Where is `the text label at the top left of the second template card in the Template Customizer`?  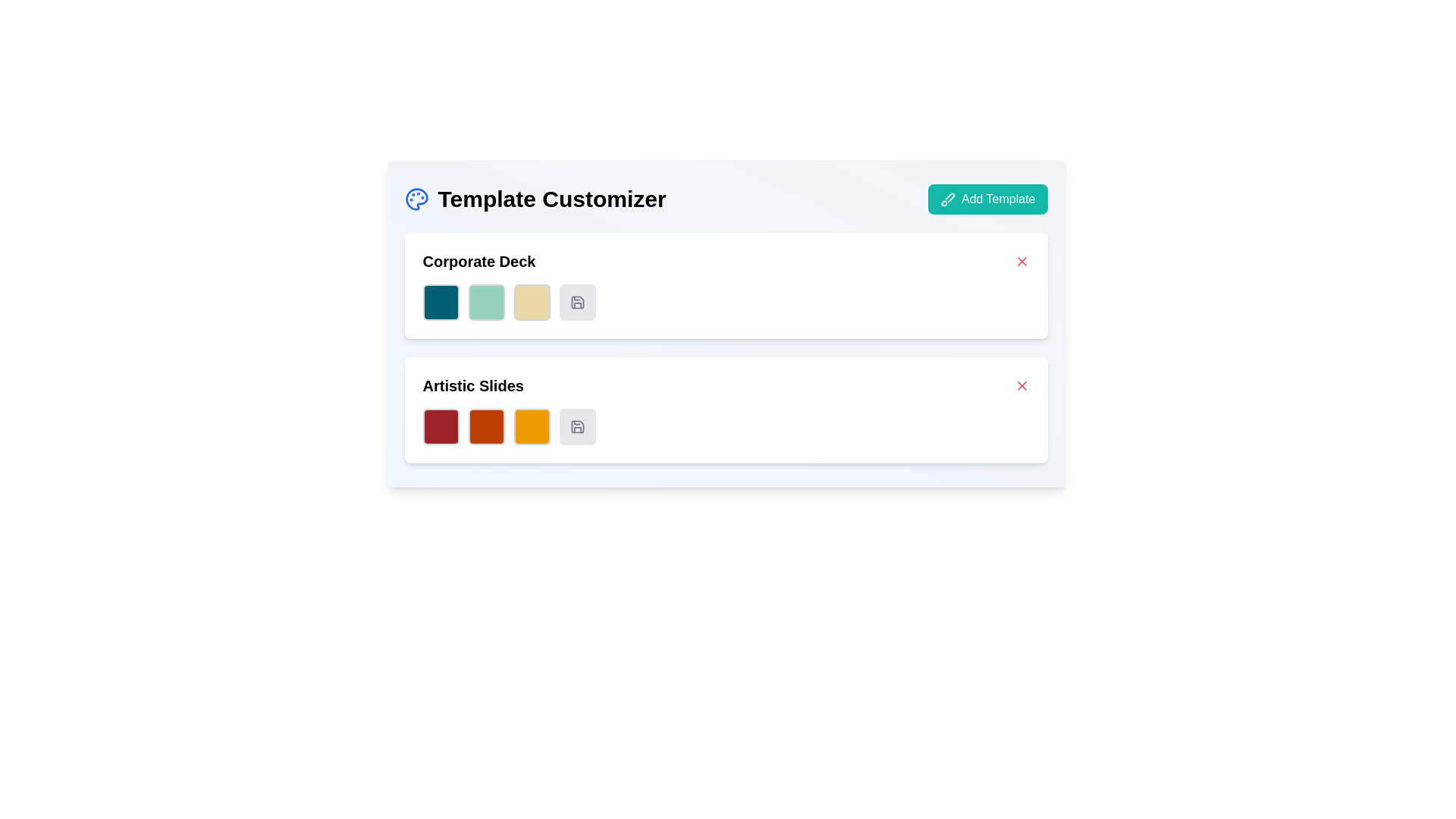
the text label at the top left of the second template card in the Template Customizer is located at coordinates (472, 385).